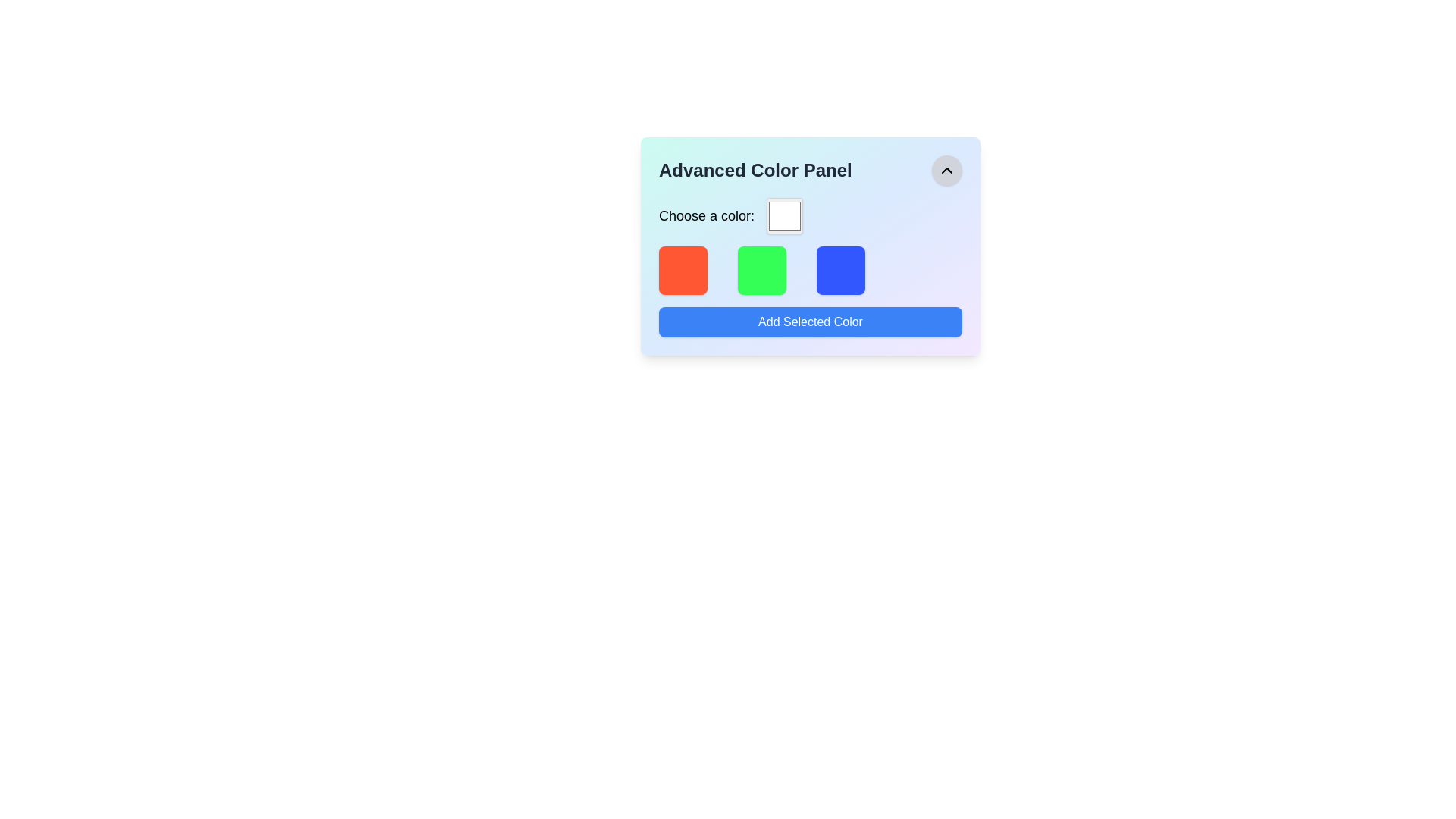  What do you see at coordinates (810, 267) in the screenshot?
I see `the color selection area located below the 'Advanced Color Panel' heading` at bounding box center [810, 267].